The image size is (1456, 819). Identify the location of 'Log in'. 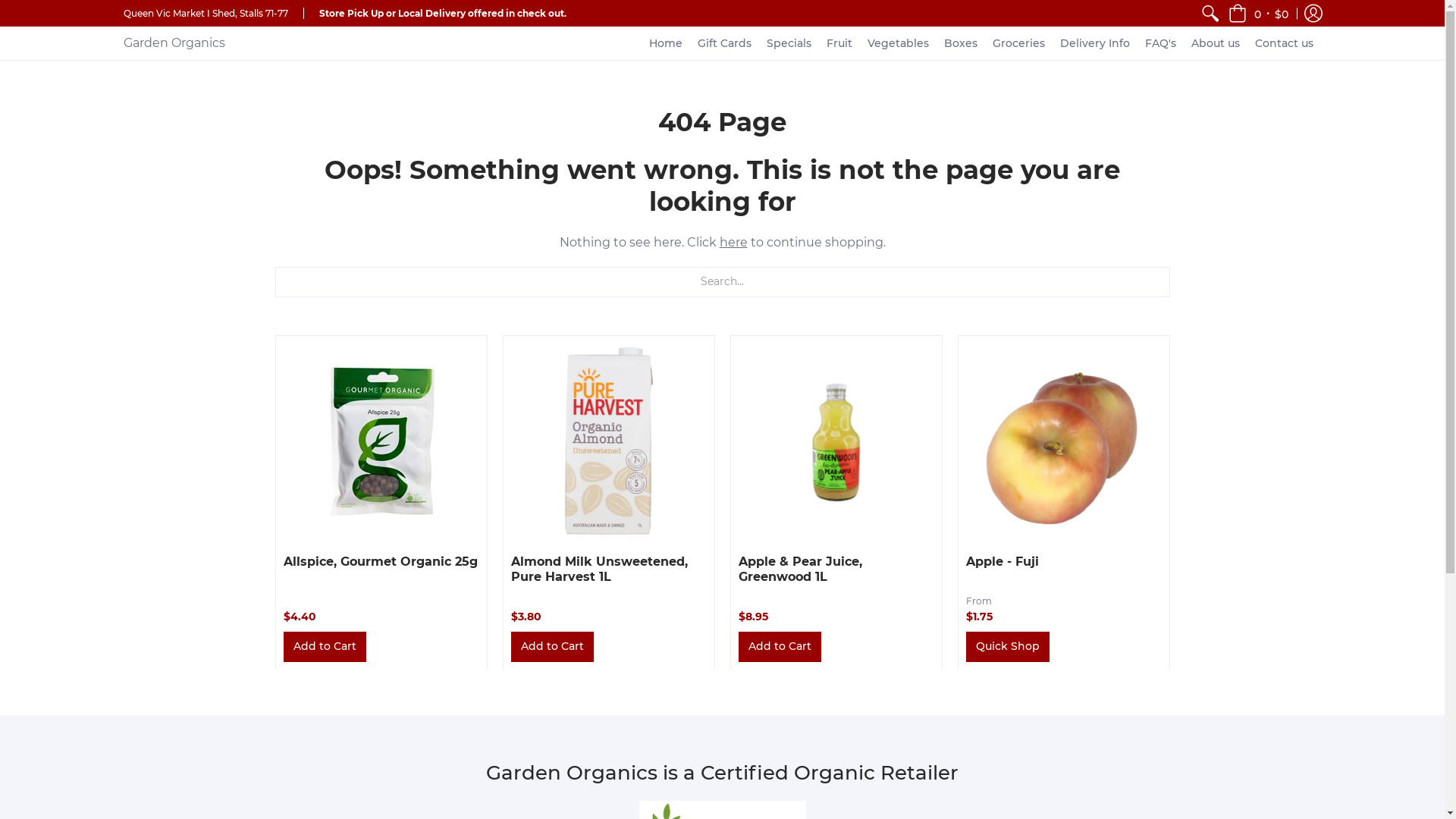
(1312, 13).